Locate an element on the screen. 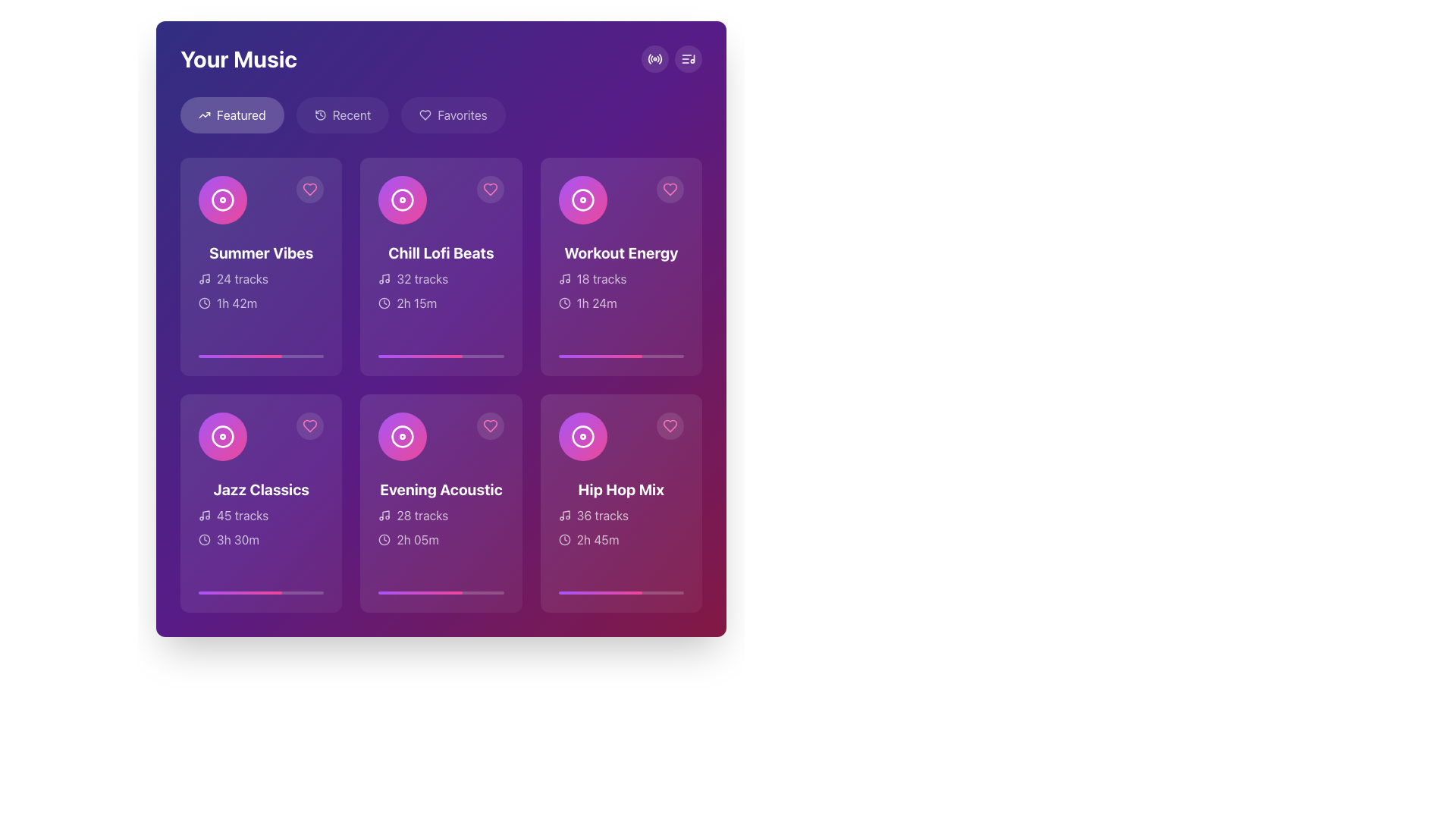 Image resolution: width=1456 pixels, height=819 pixels. the time-related icon located to the left of the '1h 24m' duration label within the 'Workout Energy' card section is located at coordinates (563, 303).